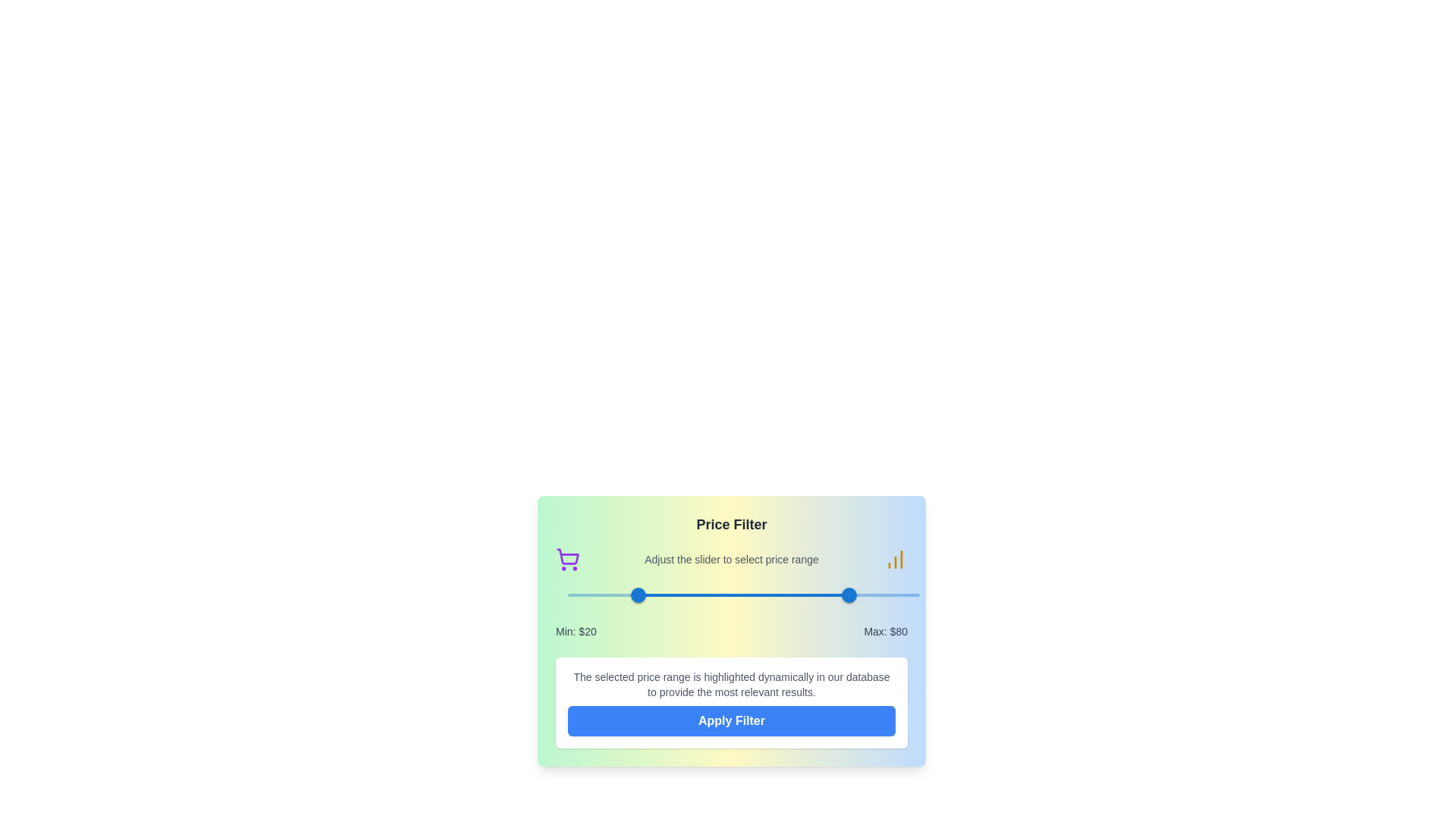  What do you see at coordinates (852, 595) in the screenshot?
I see `slider value` at bounding box center [852, 595].